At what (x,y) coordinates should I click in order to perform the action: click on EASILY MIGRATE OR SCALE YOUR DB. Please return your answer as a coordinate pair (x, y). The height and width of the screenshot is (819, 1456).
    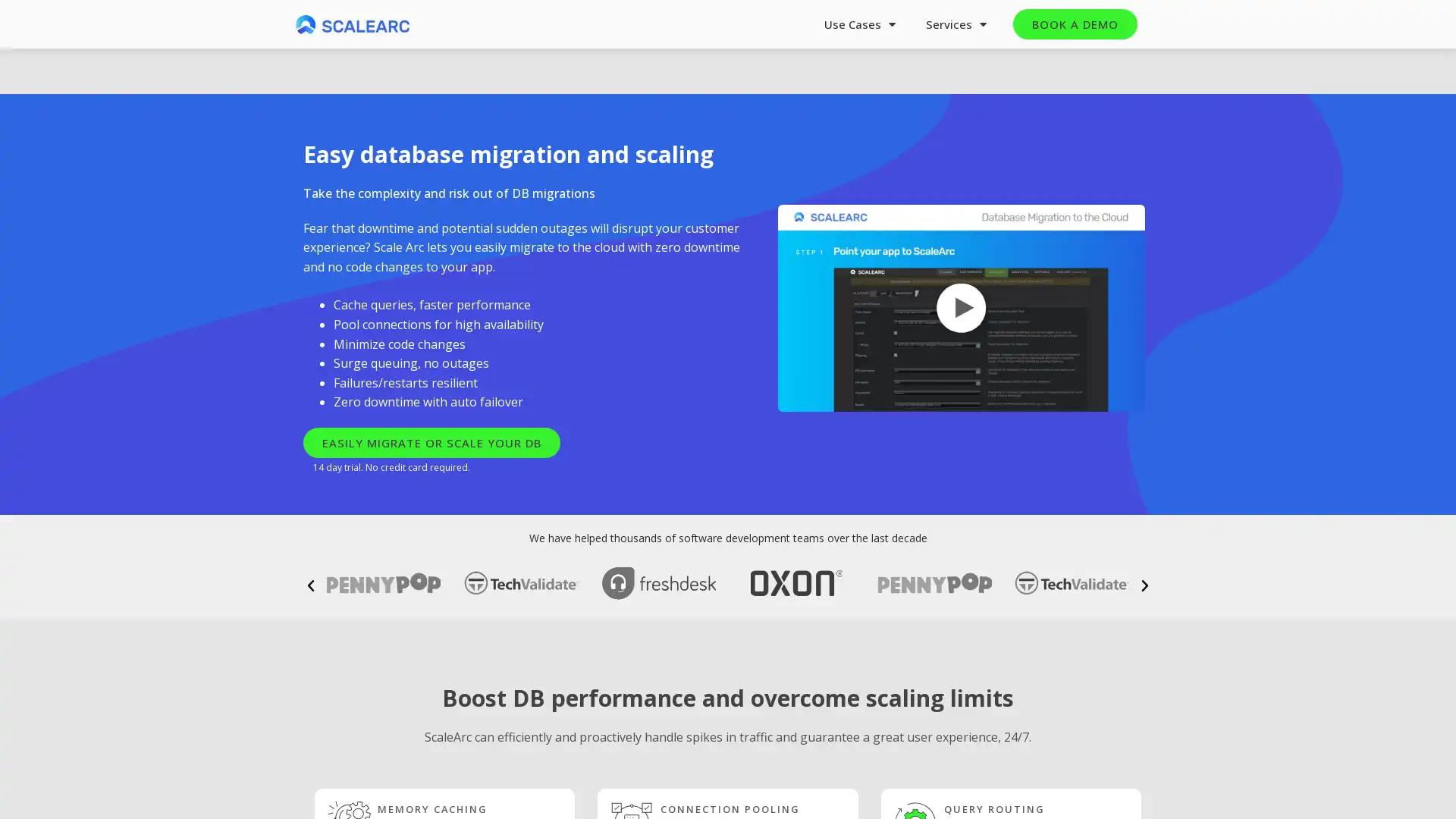
    Looking at the image, I should click on (431, 441).